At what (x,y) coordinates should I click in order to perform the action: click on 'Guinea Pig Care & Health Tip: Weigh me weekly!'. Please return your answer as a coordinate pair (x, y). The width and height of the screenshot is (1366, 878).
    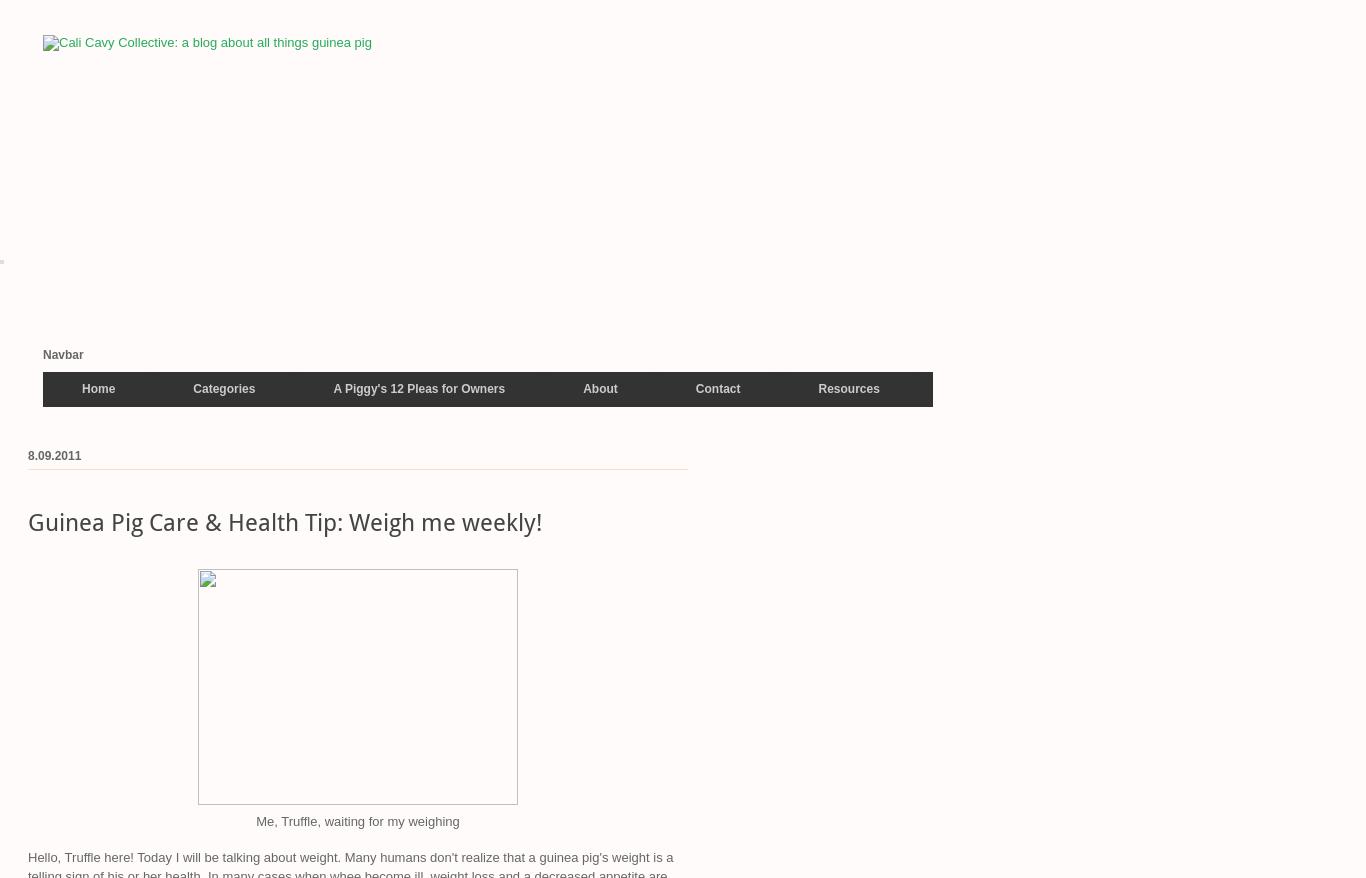
    Looking at the image, I should click on (28, 523).